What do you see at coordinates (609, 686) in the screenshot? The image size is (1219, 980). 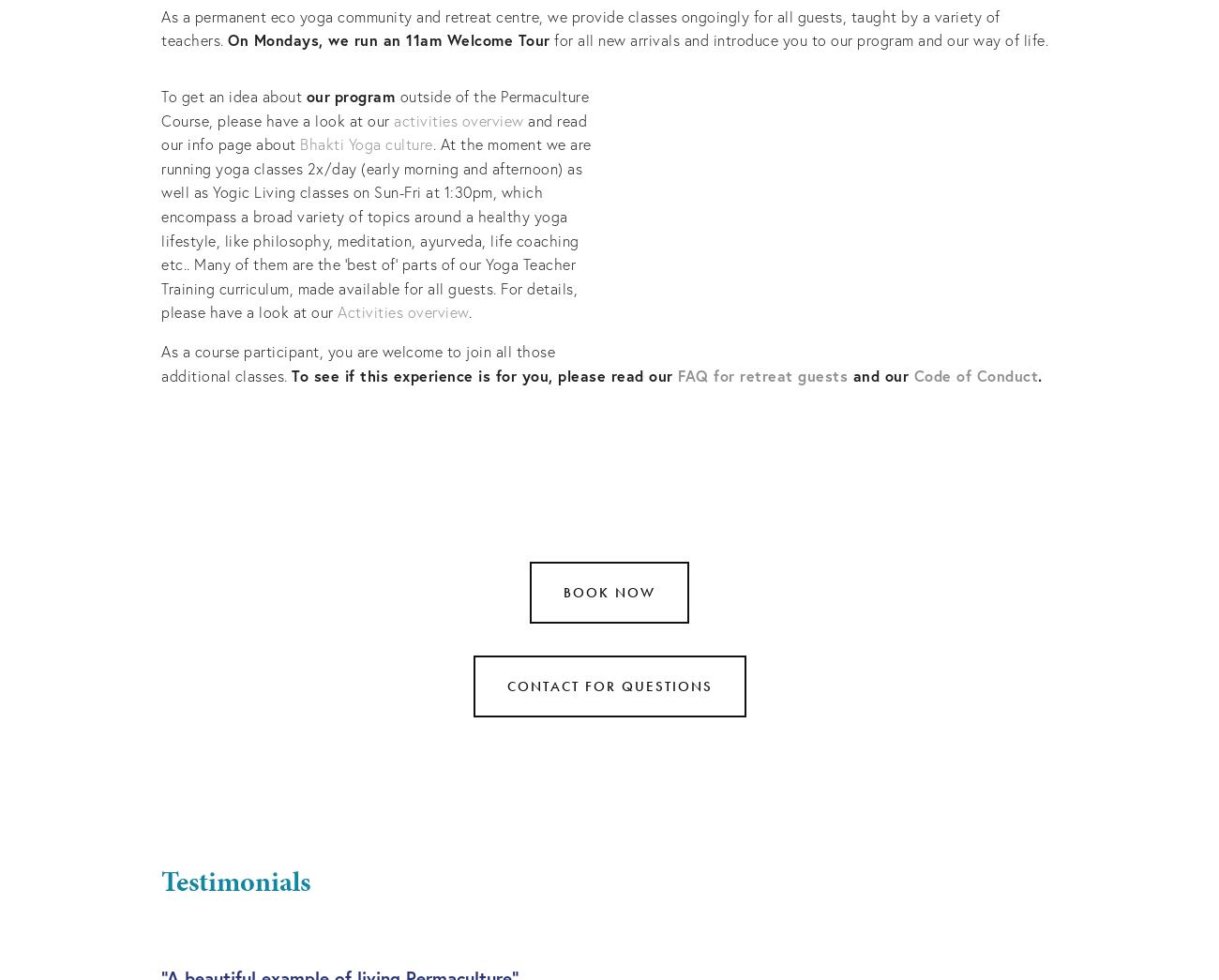 I see `'Contact for questions'` at bounding box center [609, 686].